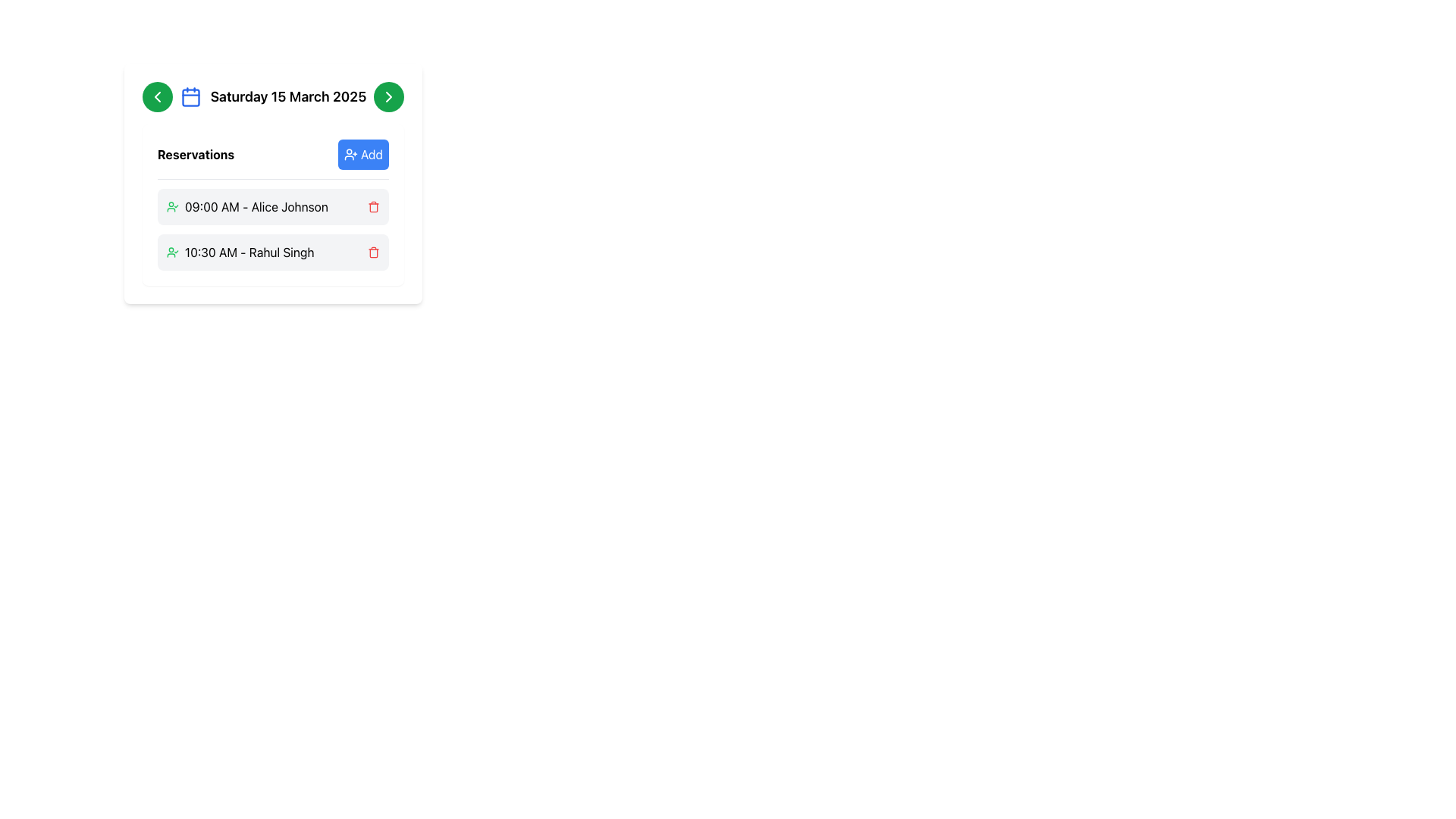 This screenshot has width=1456, height=819. I want to click on the calendar icon located to the left of the date text 'Saturday 15 March 2025' in the 'Reservations' panel, so click(190, 96).